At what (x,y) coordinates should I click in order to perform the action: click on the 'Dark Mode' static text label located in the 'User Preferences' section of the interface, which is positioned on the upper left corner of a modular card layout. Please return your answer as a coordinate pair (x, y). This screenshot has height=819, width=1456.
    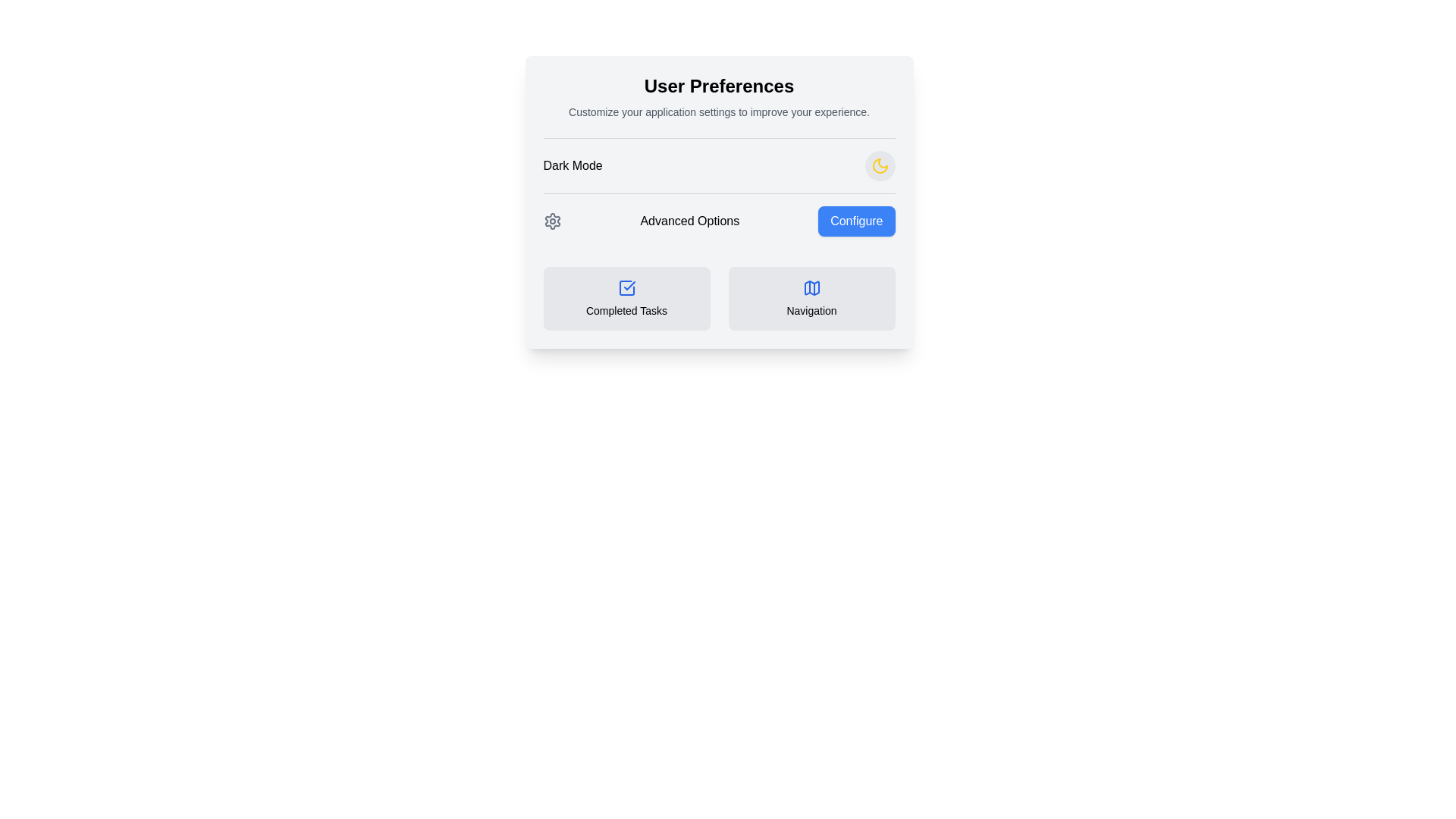
    Looking at the image, I should click on (572, 166).